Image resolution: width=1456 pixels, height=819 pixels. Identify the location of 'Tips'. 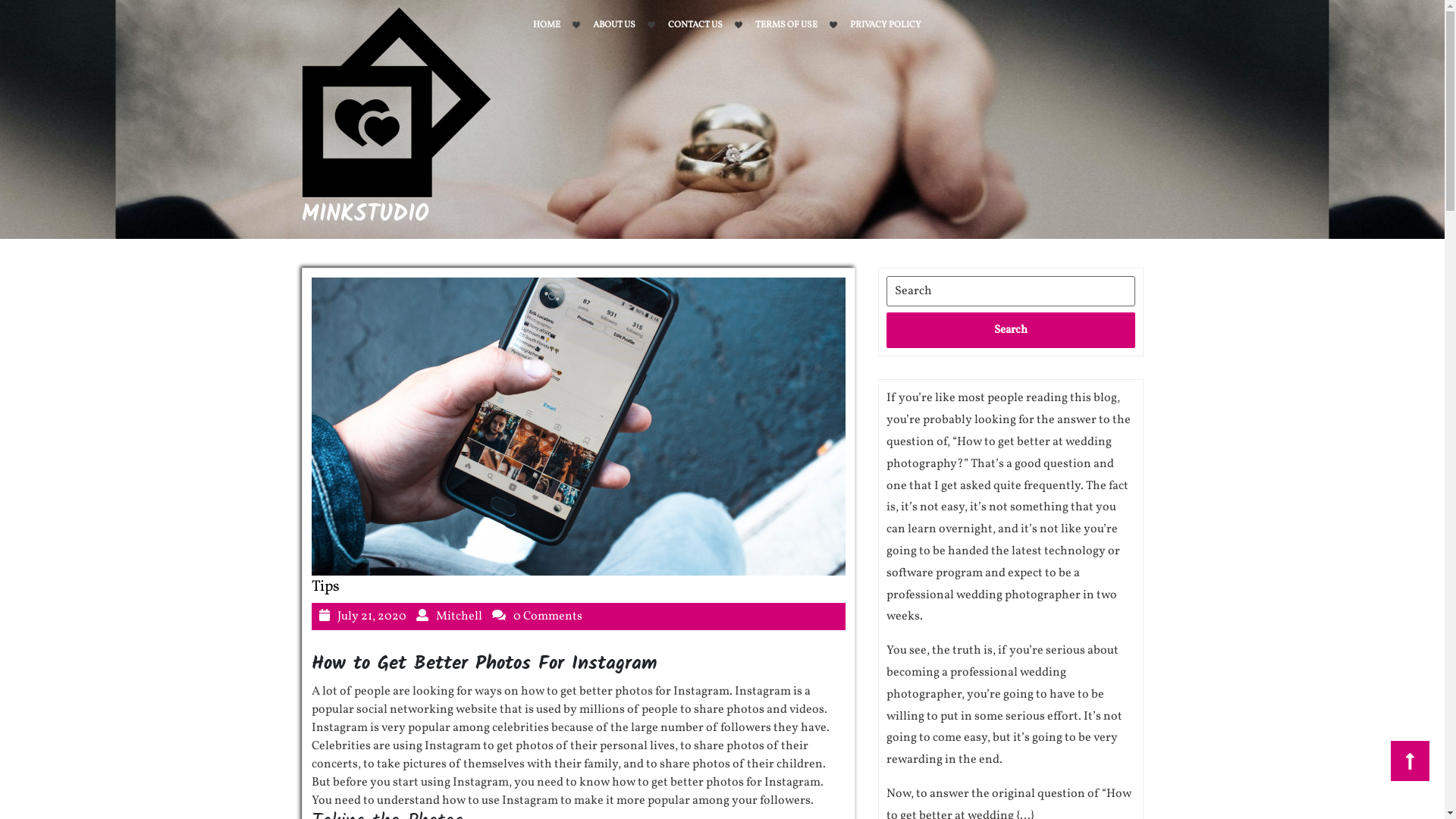
(324, 586).